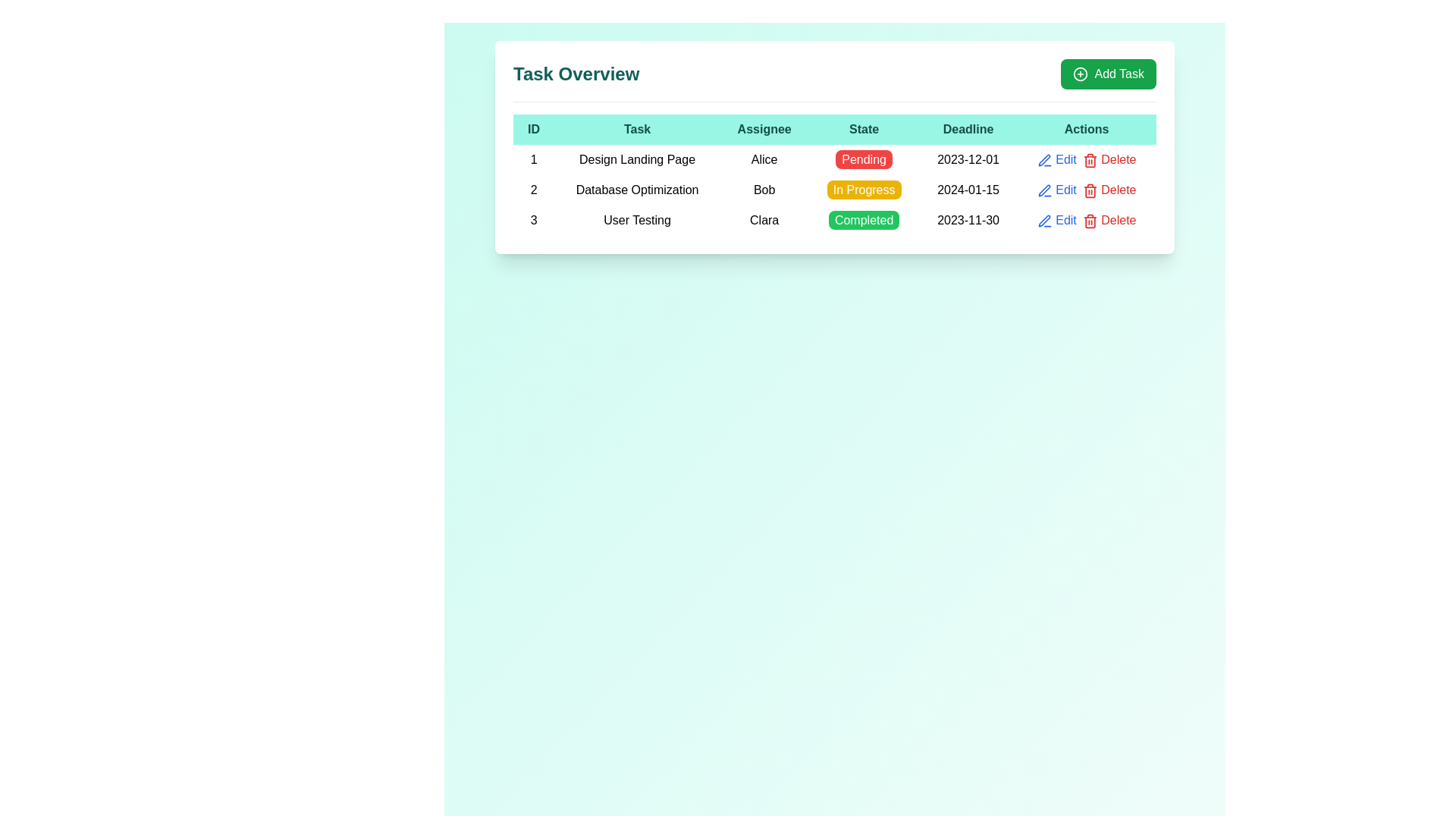 Image resolution: width=1456 pixels, height=819 pixels. What do you see at coordinates (1109, 189) in the screenshot?
I see `the 'Delete' button located` at bounding box center [1109, 189].